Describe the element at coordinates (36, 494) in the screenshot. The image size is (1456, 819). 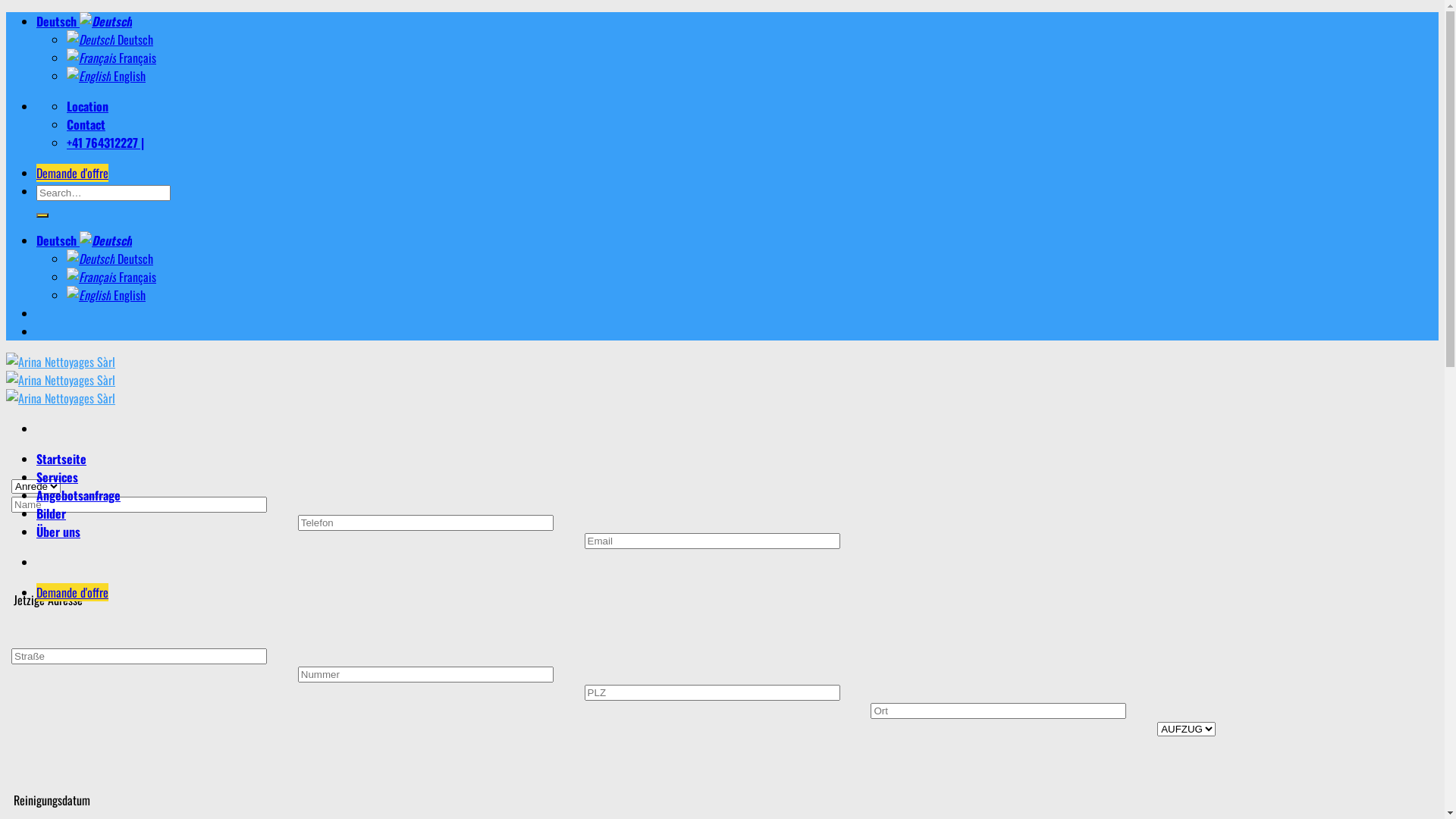
I see `'Angebotsanfrage'` at that location.